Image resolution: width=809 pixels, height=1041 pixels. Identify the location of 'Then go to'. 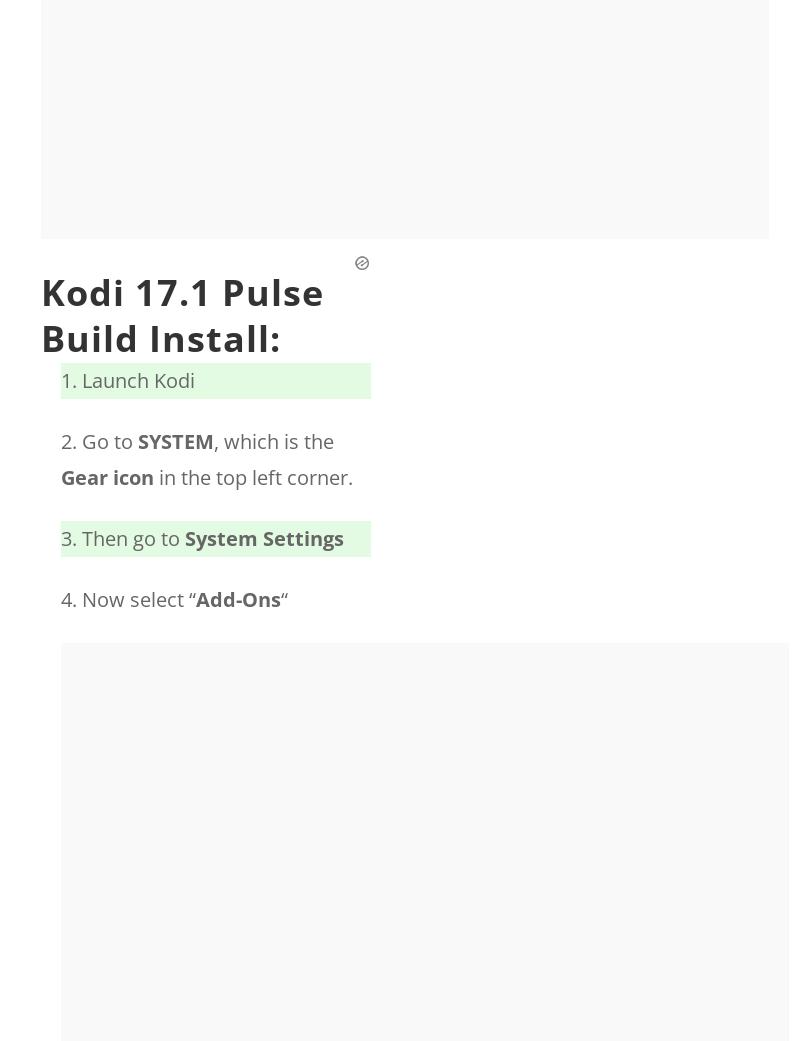
(133, 538).